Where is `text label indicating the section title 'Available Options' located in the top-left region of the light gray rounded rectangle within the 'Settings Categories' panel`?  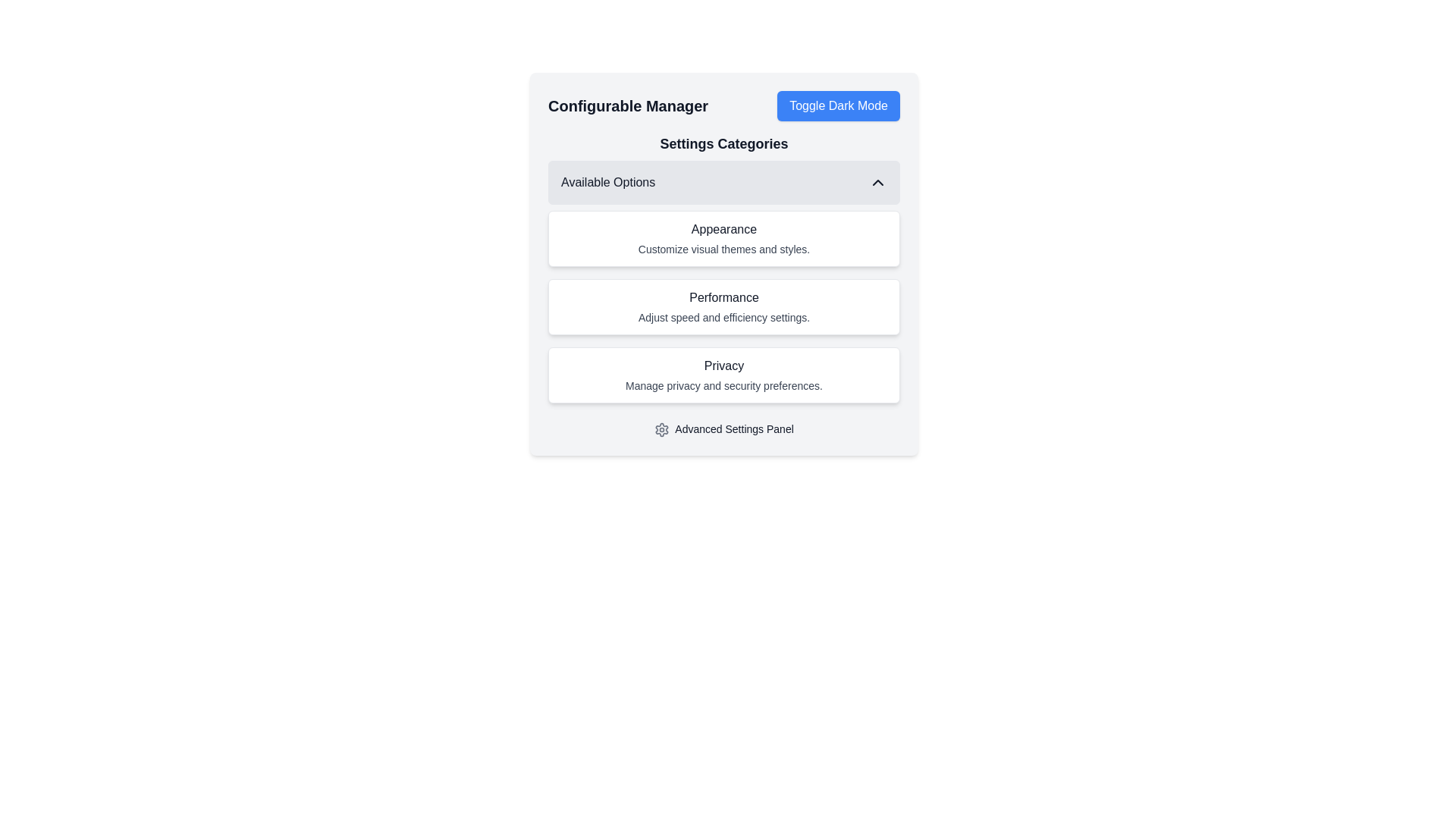 text label indicating the section title 'Available Options' located in the top-left region of the light gray rounded rectangle within the 'Settings Categories' panel is located at coordinates (608, 181).